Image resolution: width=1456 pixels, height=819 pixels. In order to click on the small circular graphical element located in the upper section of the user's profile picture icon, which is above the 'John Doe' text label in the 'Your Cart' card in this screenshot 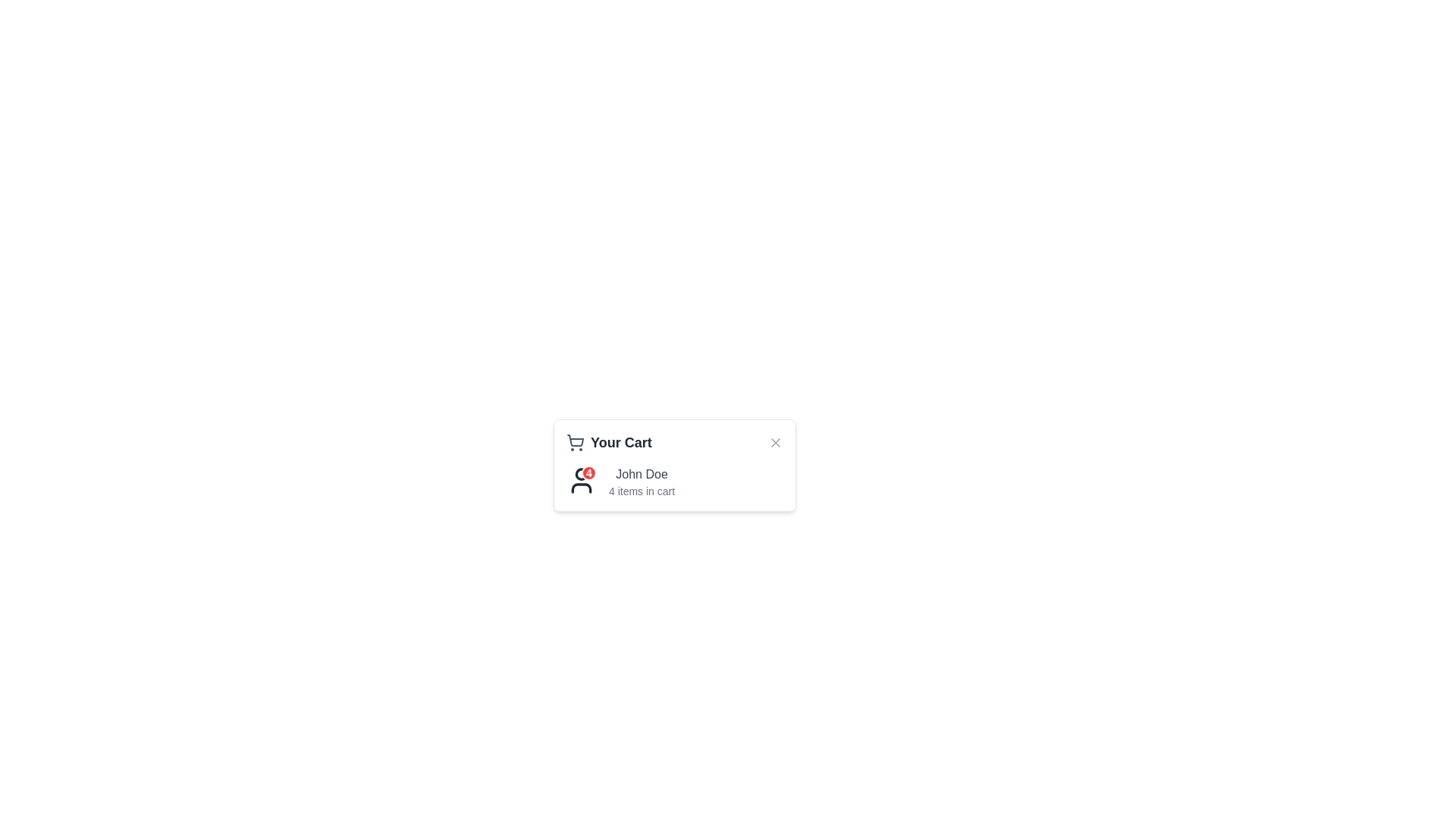, I will do `click(581, 472)`.